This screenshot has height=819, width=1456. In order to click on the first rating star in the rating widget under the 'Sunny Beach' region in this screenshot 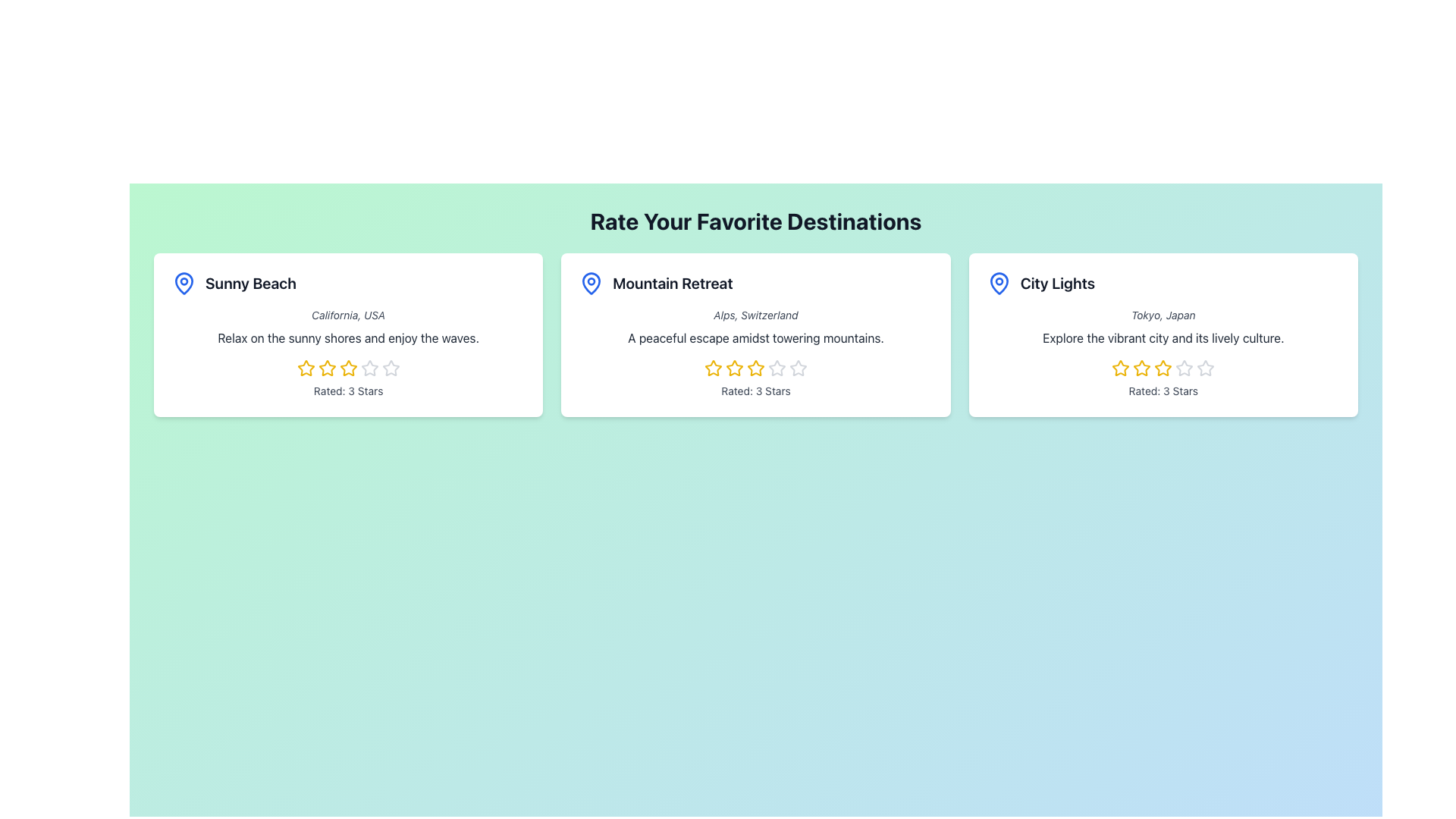, I will do `click(305, 368)`.